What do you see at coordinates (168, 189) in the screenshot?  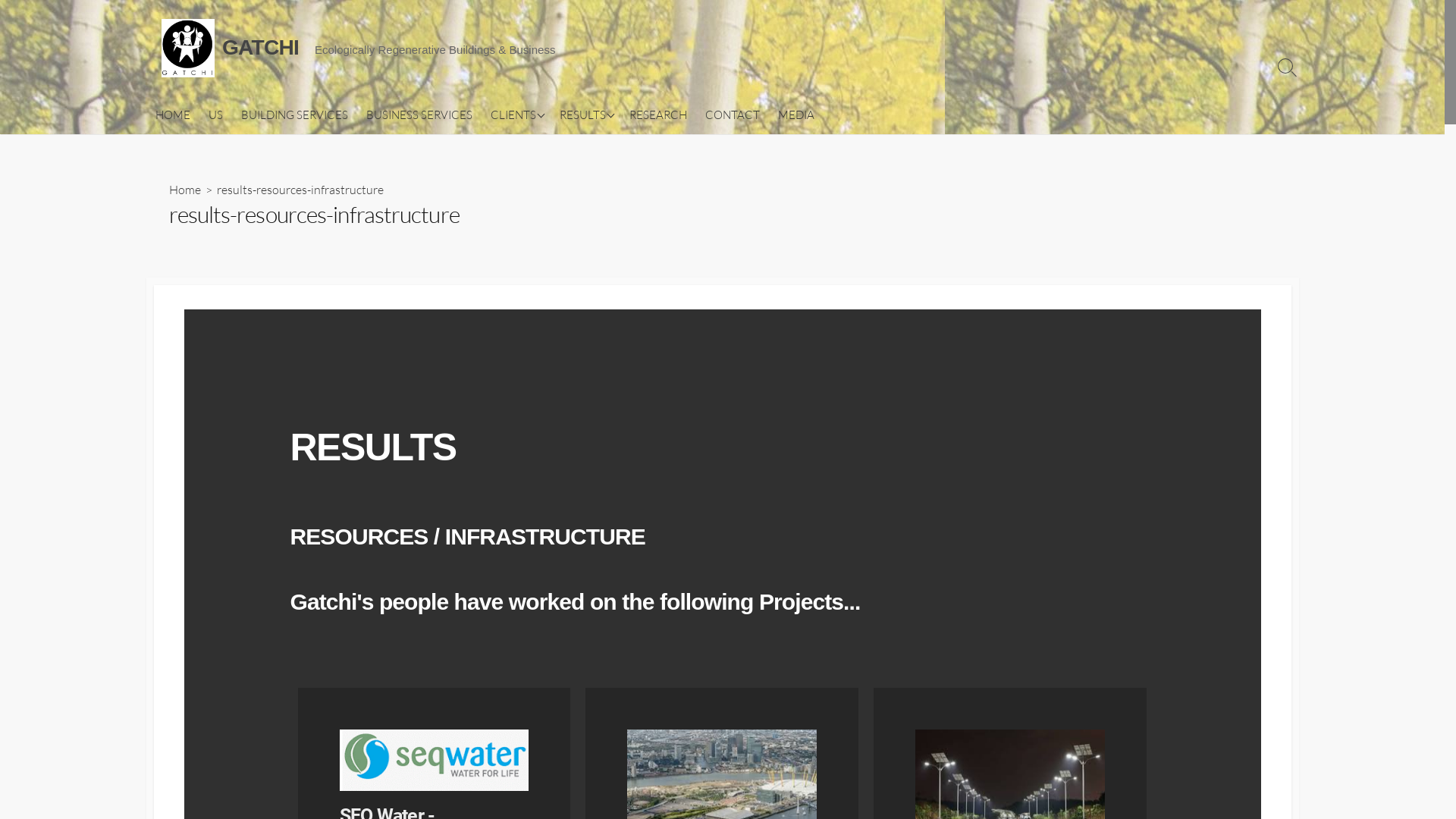 I see `'Home'` at bounding box center [168, 189].